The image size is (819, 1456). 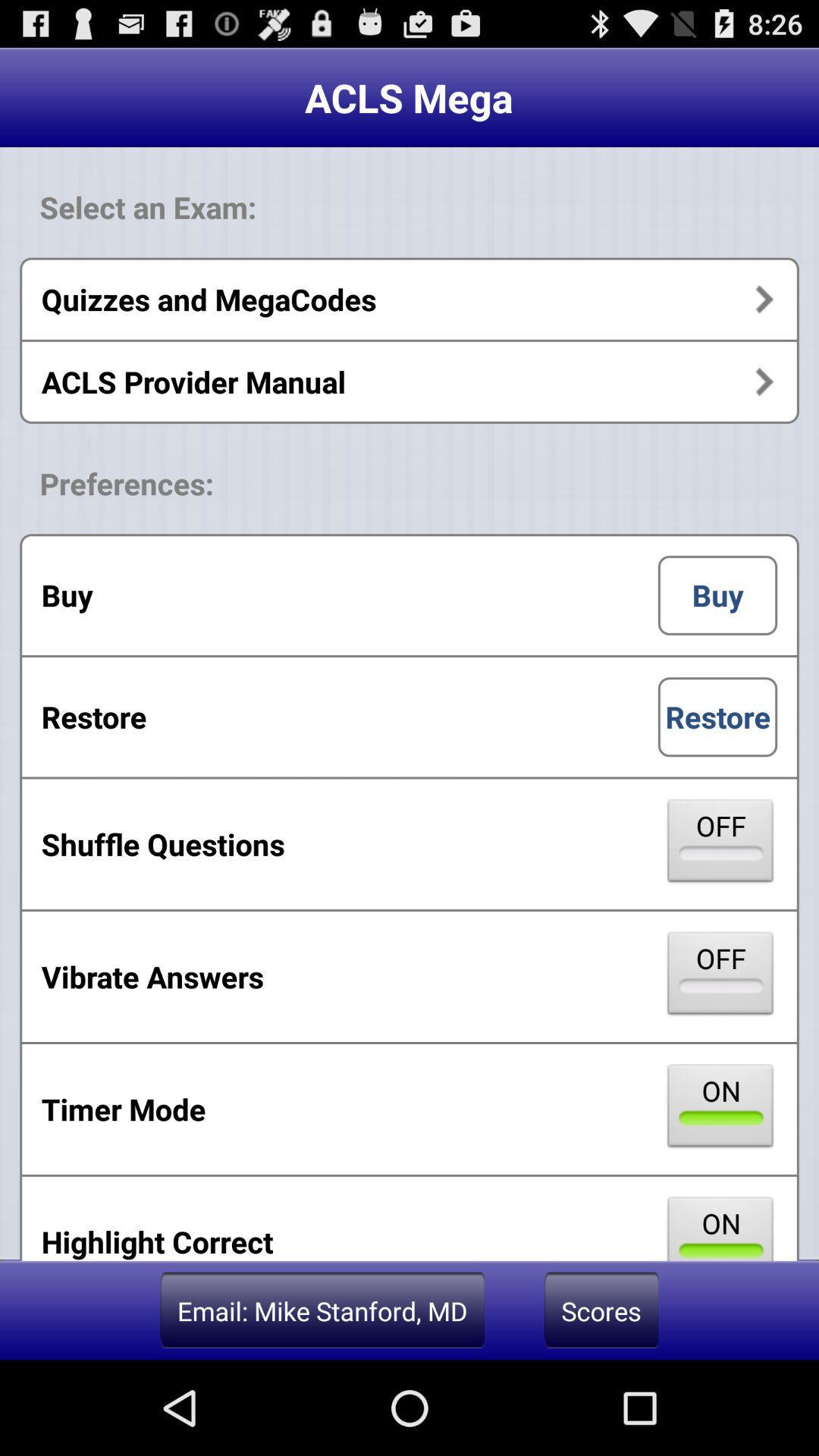 I want to click on the quizzes and megacodes, so click(x=409, y=299).